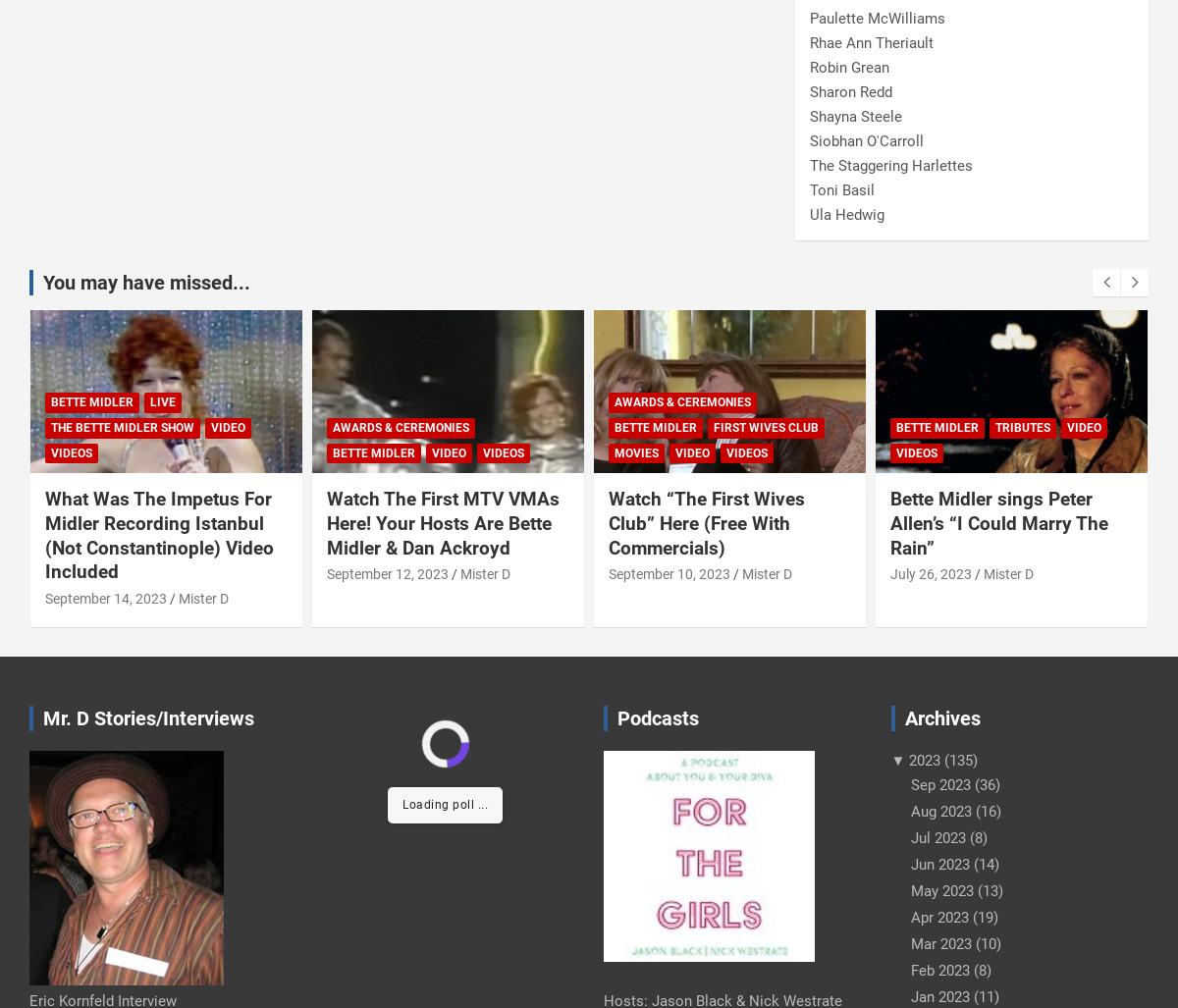 The height and width of the screenshot is (1008, 1178). What do you see at coordinates (1022, 426) in the screenshot?
I see `'Tributes'` at bounding box center [1022, 426].